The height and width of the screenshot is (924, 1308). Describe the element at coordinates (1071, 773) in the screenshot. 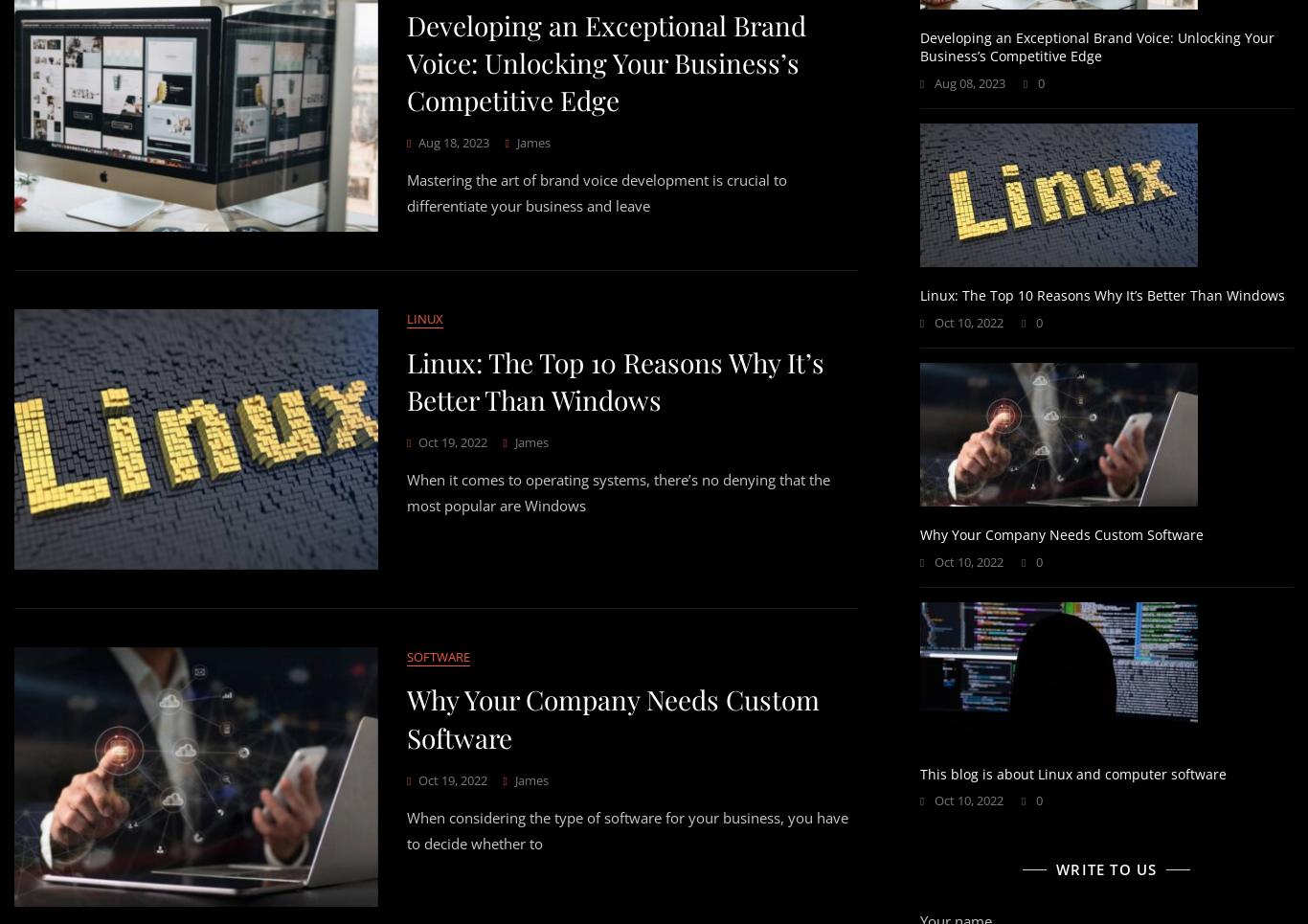

I see `'This blog is about Linux and computer software'` at that location.